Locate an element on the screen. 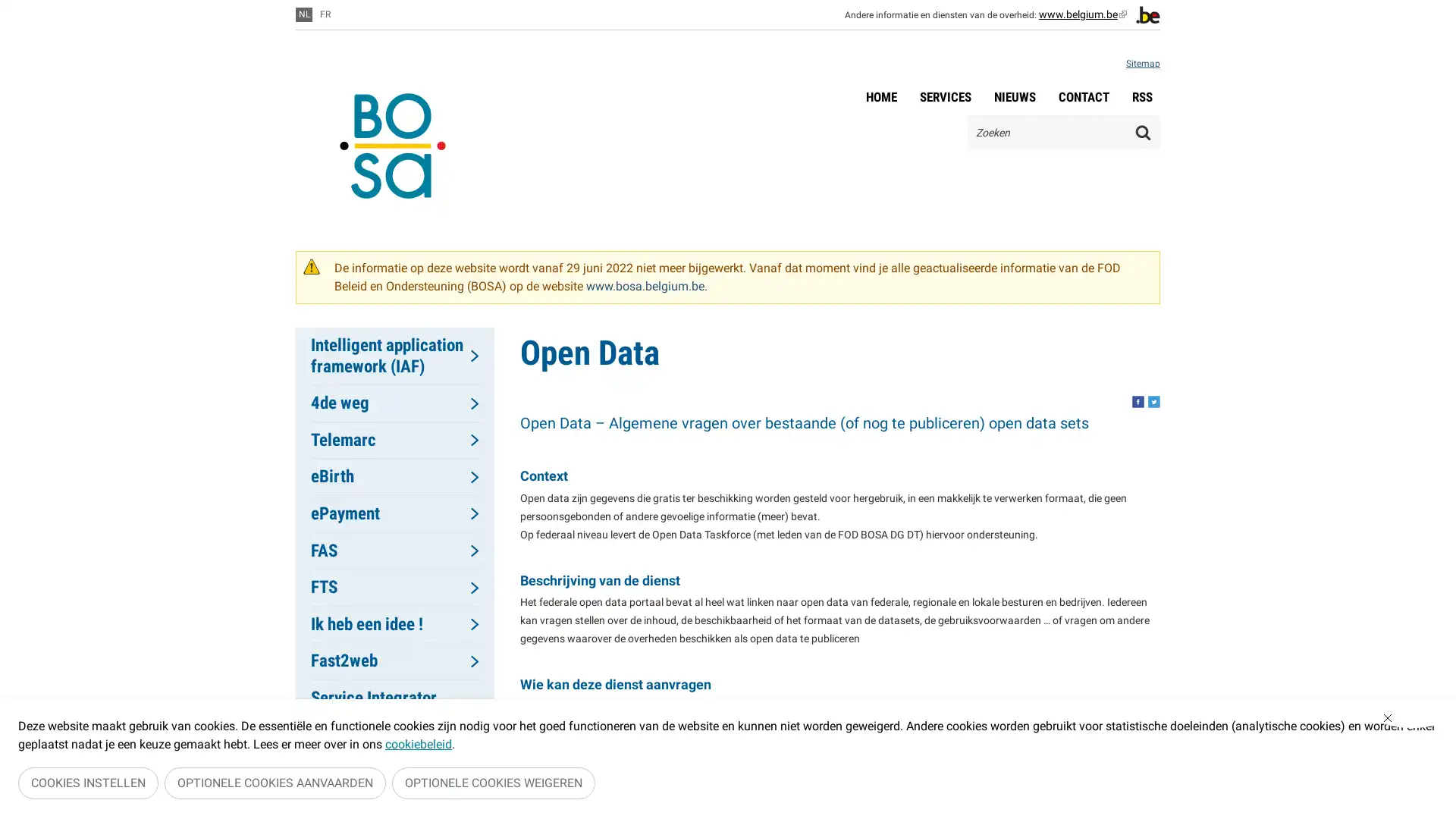  COOKIES INSTELLEN is located at coordinates (87, 784).